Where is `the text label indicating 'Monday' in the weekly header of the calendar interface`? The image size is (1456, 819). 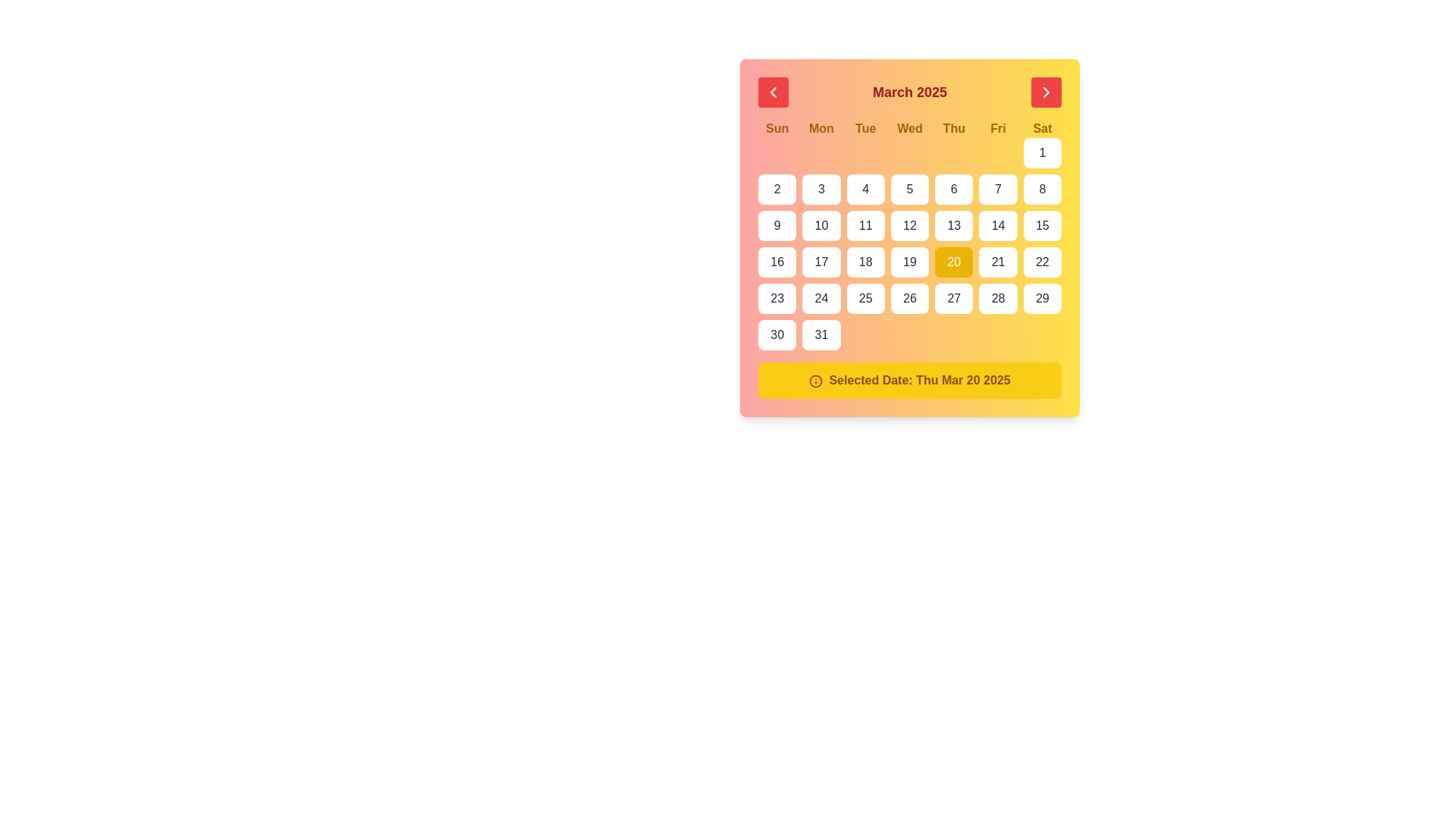
the text label indicating 'Monday' in the weekly header of the calendar interface is located at coordinates (821, 127).